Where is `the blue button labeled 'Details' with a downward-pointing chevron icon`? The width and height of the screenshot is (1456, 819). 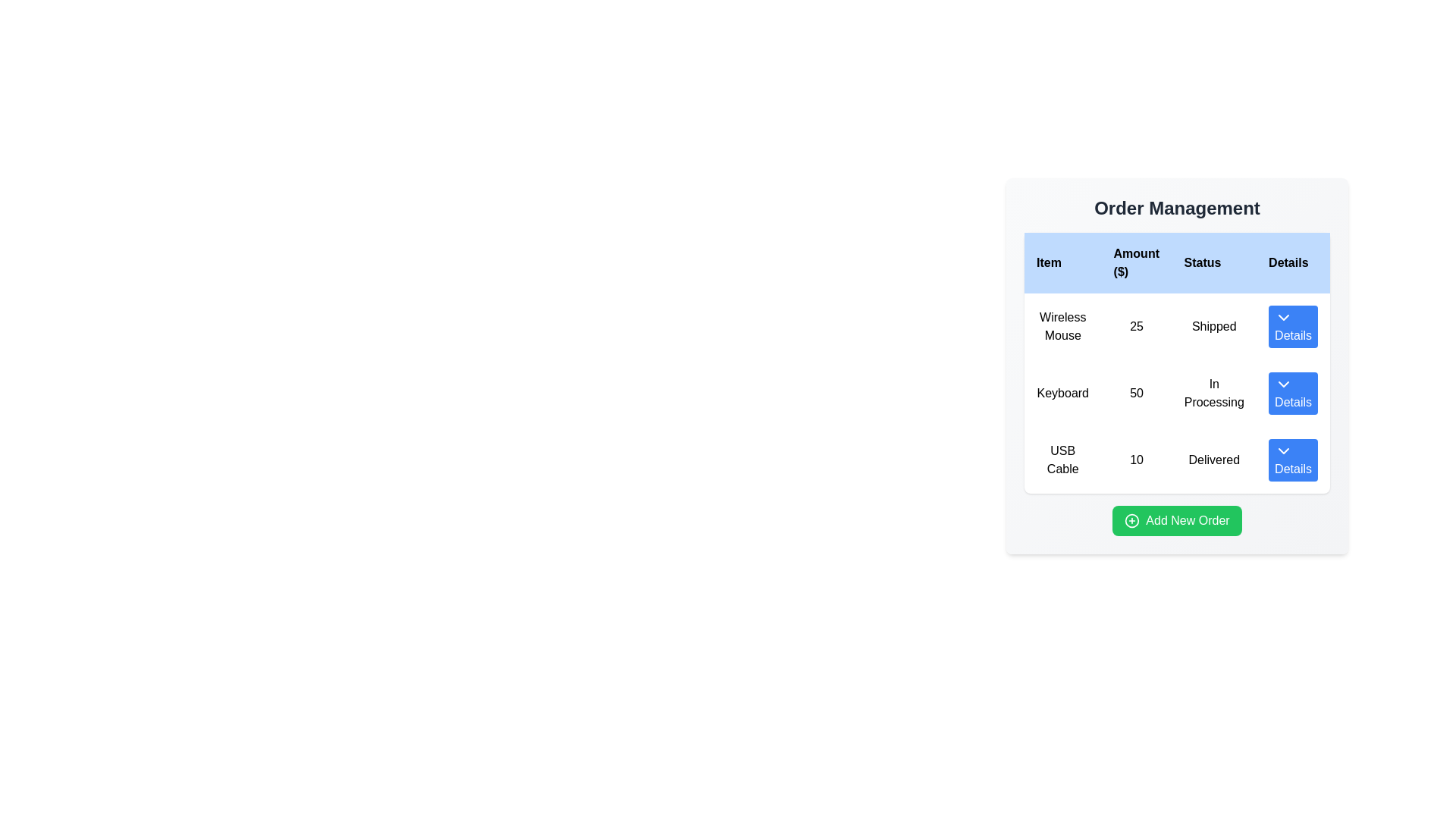
the blue button labeled 'Details' with a downward-pointing chevron icon is located at coordinates (1292, 459).